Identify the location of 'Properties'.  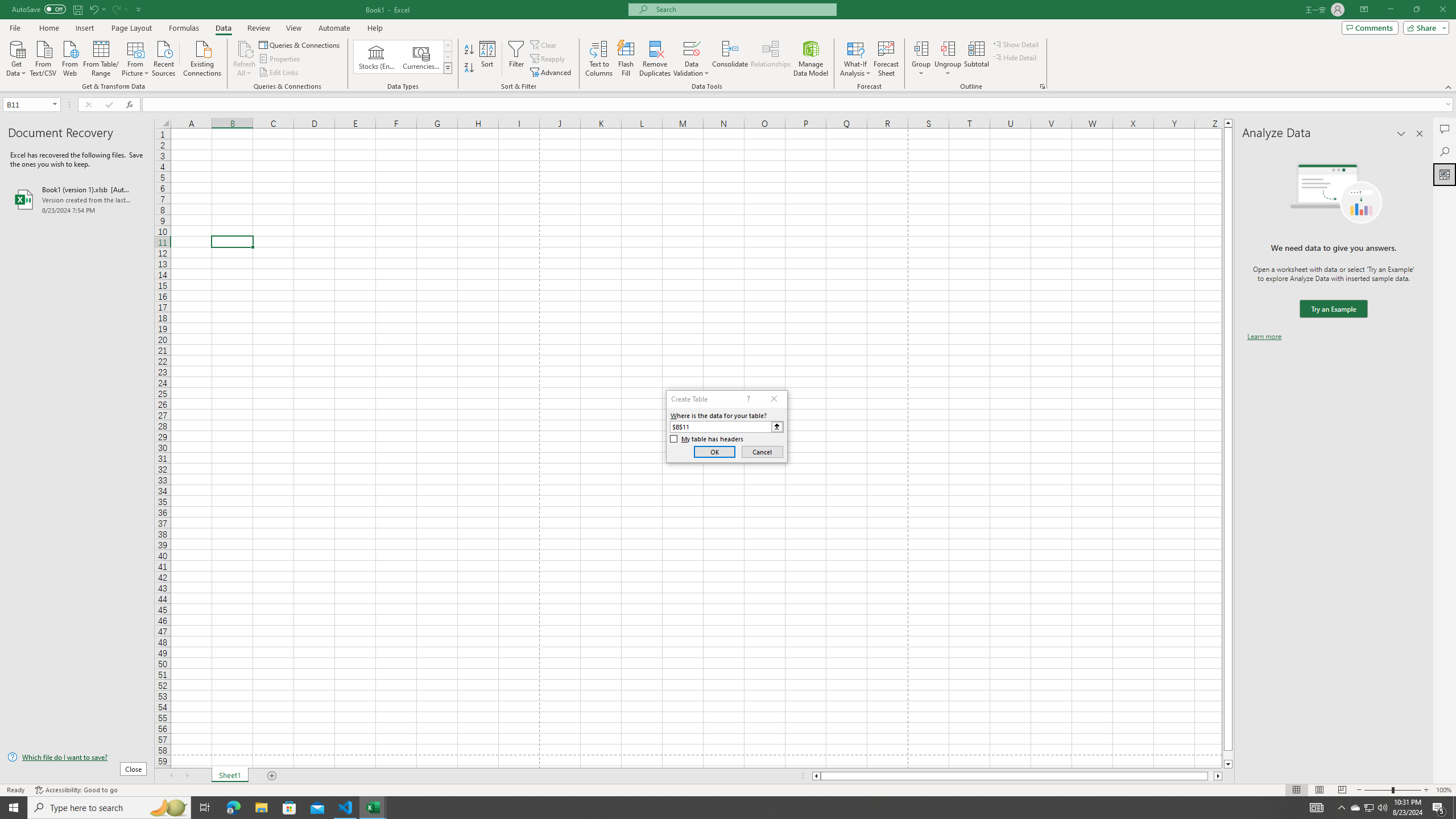
(280, 59).